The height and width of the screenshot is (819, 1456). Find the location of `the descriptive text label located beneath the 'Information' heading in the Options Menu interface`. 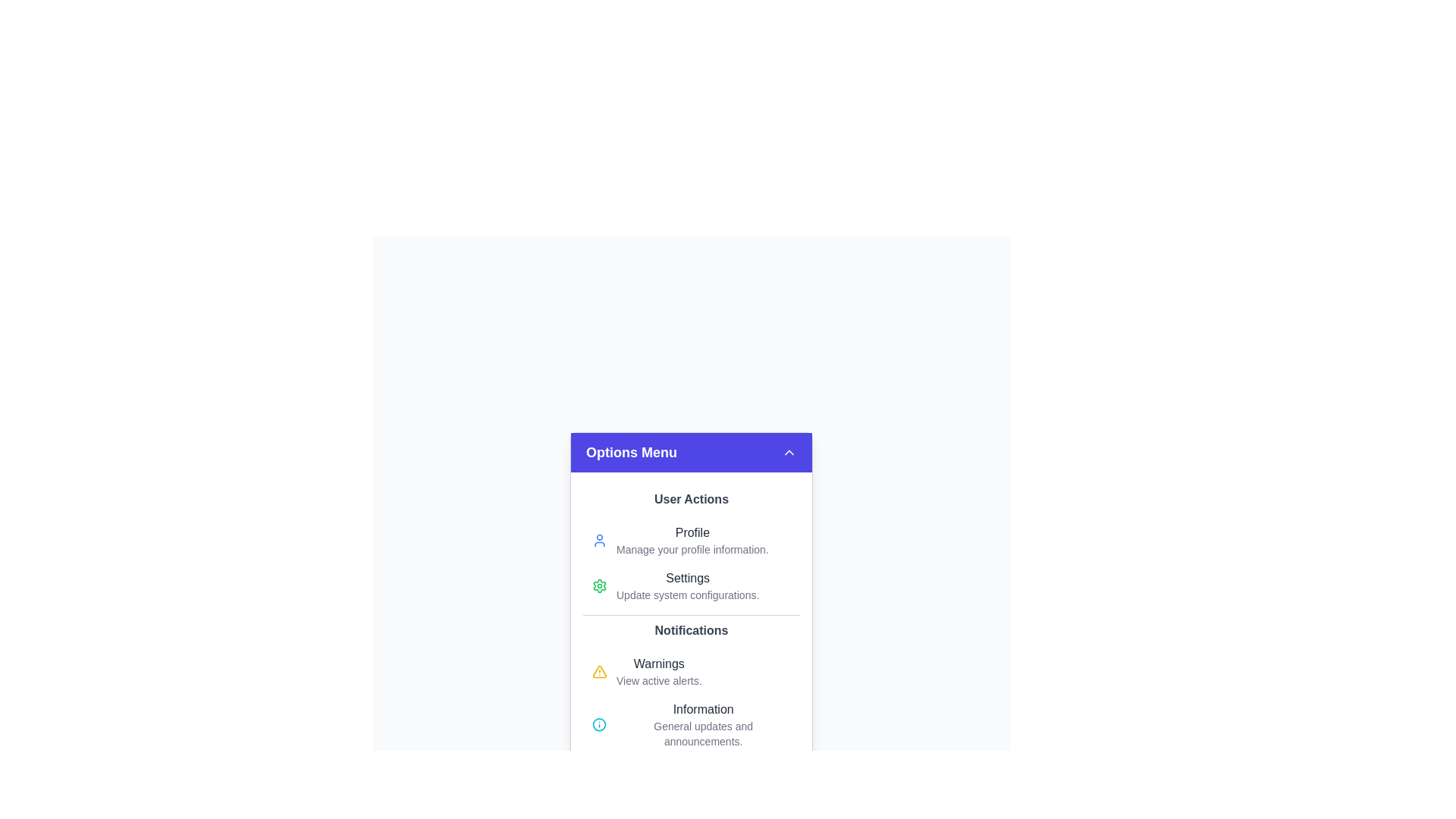

the descriptive text label located beneath the 'Information' heading in the Options Menu interface is located at coordinates (702, 733).